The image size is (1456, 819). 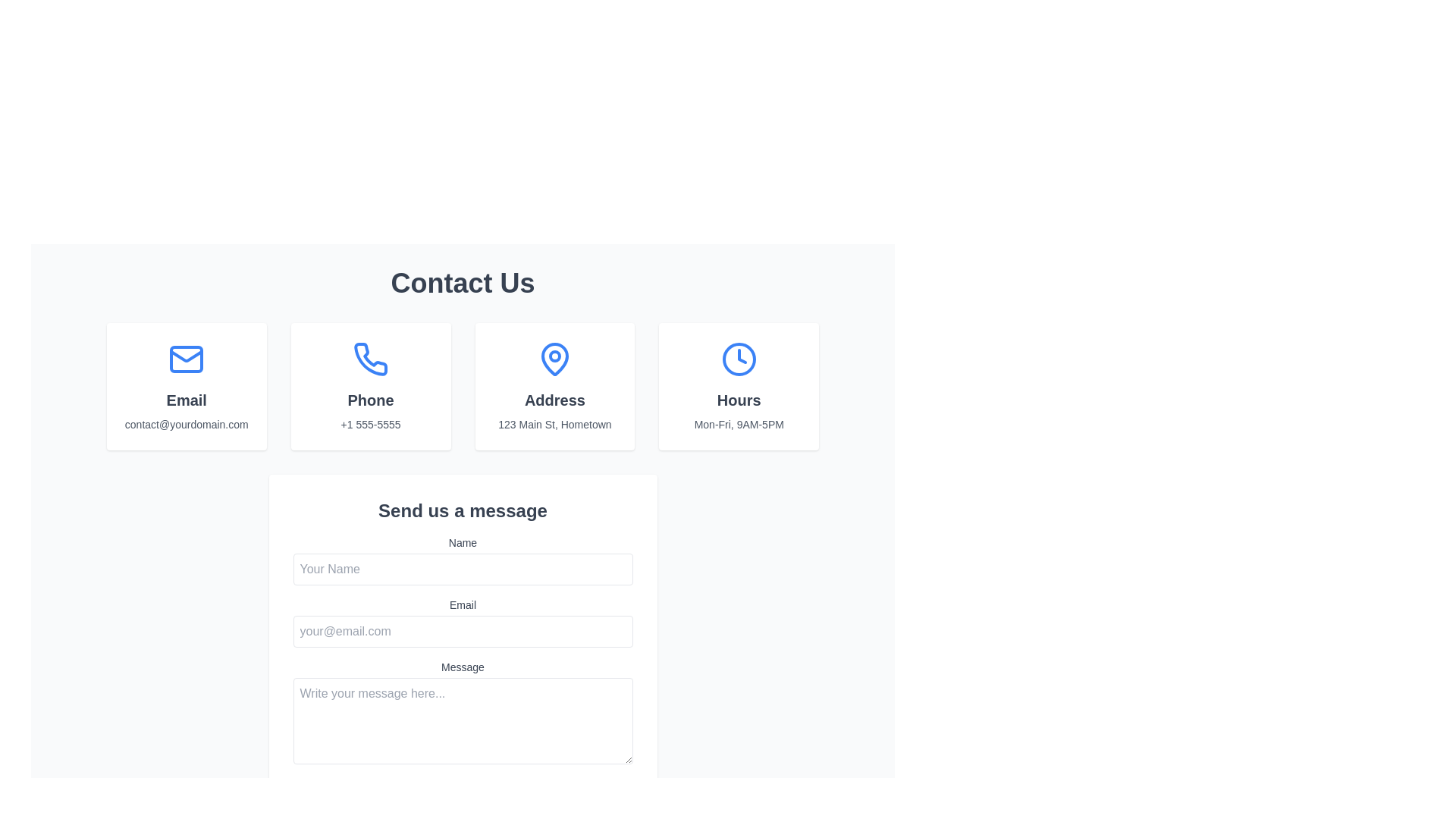 What do you see at coordinates (186, 356) in the screenshot?
I see `the lower component of the envelope icon in the first column below the 'Contact Us' heading, which visually signifies email contact information` at bounding box center [186, 356].